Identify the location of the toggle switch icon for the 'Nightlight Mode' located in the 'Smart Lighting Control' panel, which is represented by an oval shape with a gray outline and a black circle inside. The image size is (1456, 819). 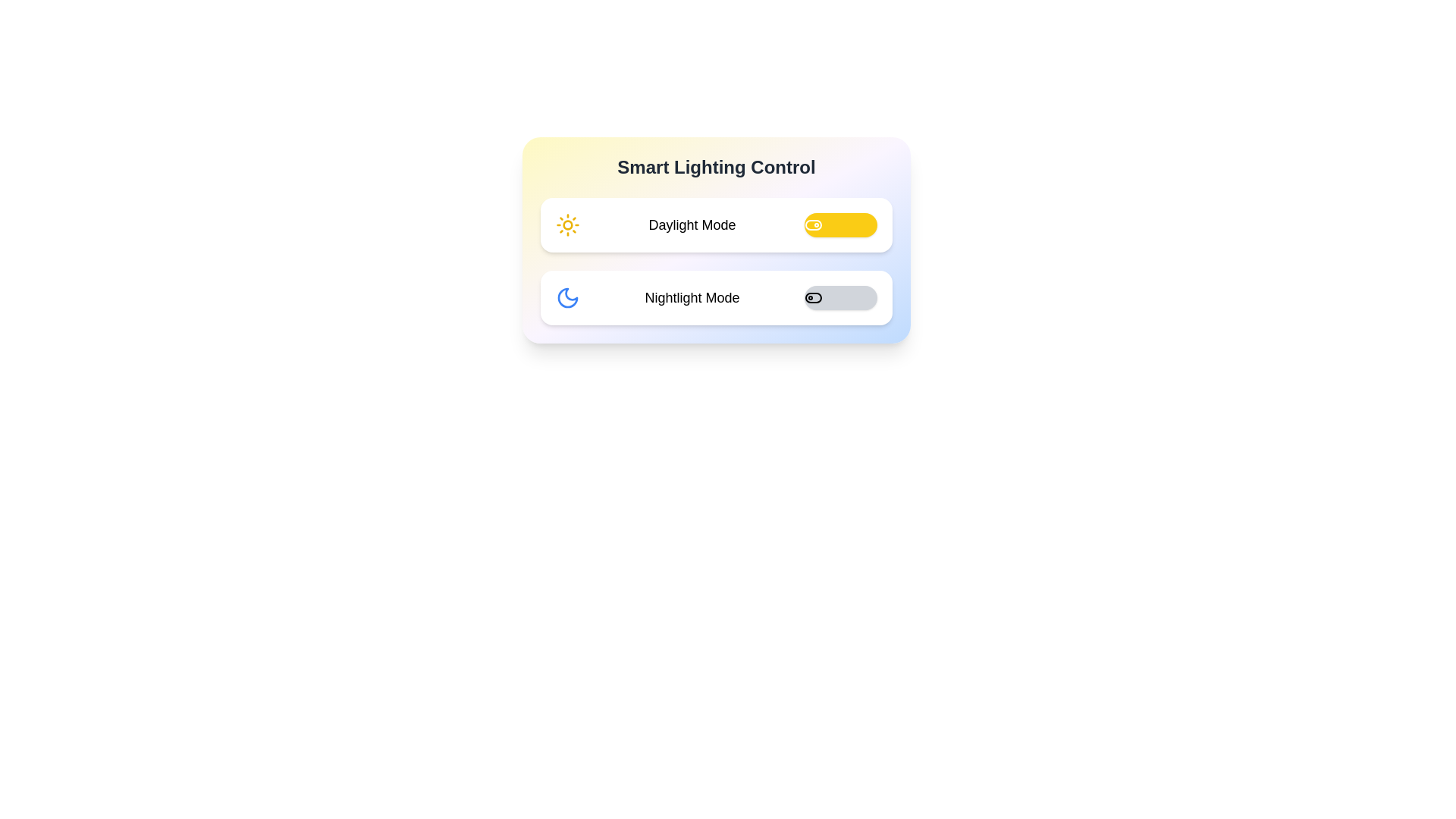
(813, 298).